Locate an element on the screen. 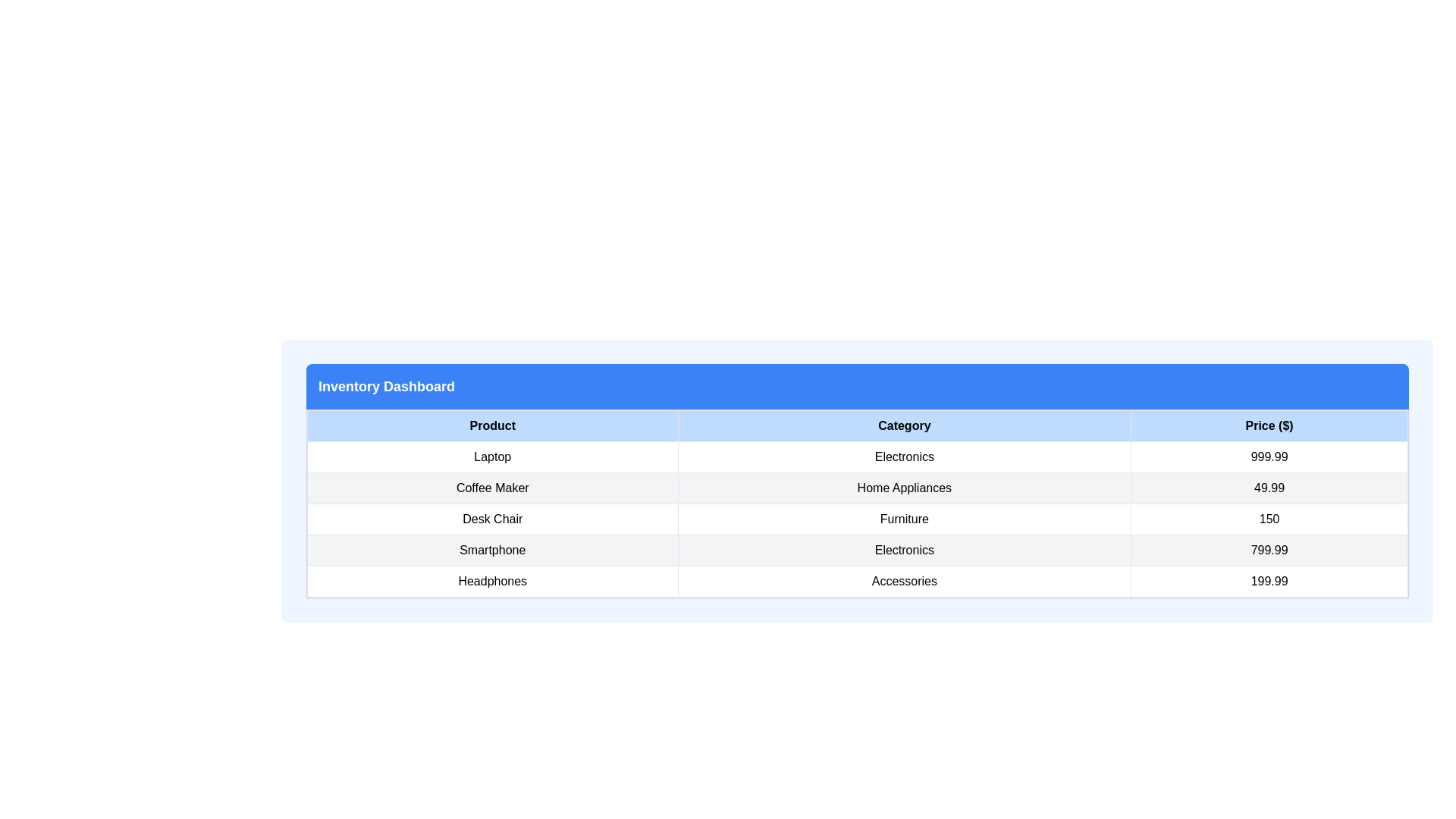 The width and height of the screenshot is (1456, 819). the Text Label displaying the category 'Headphones', which is the second cell in the 'Category' column of the table is located at coordinates (904, 581).